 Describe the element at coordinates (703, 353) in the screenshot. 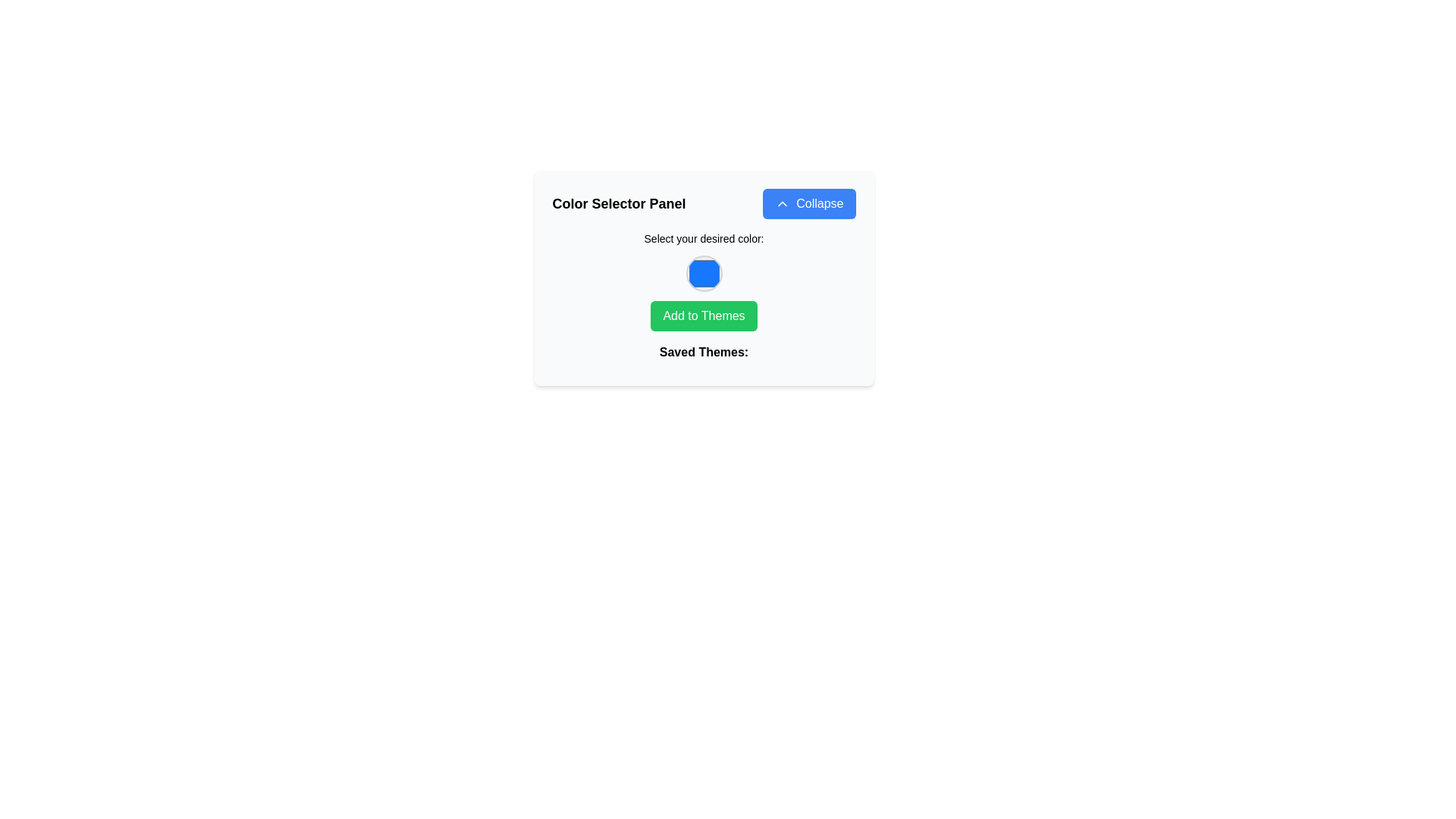

I see `the text label displaying 'Saved Themes:' which is located below the 'Add to Themes' green button in the 'Color Selector Panel'` at that location.